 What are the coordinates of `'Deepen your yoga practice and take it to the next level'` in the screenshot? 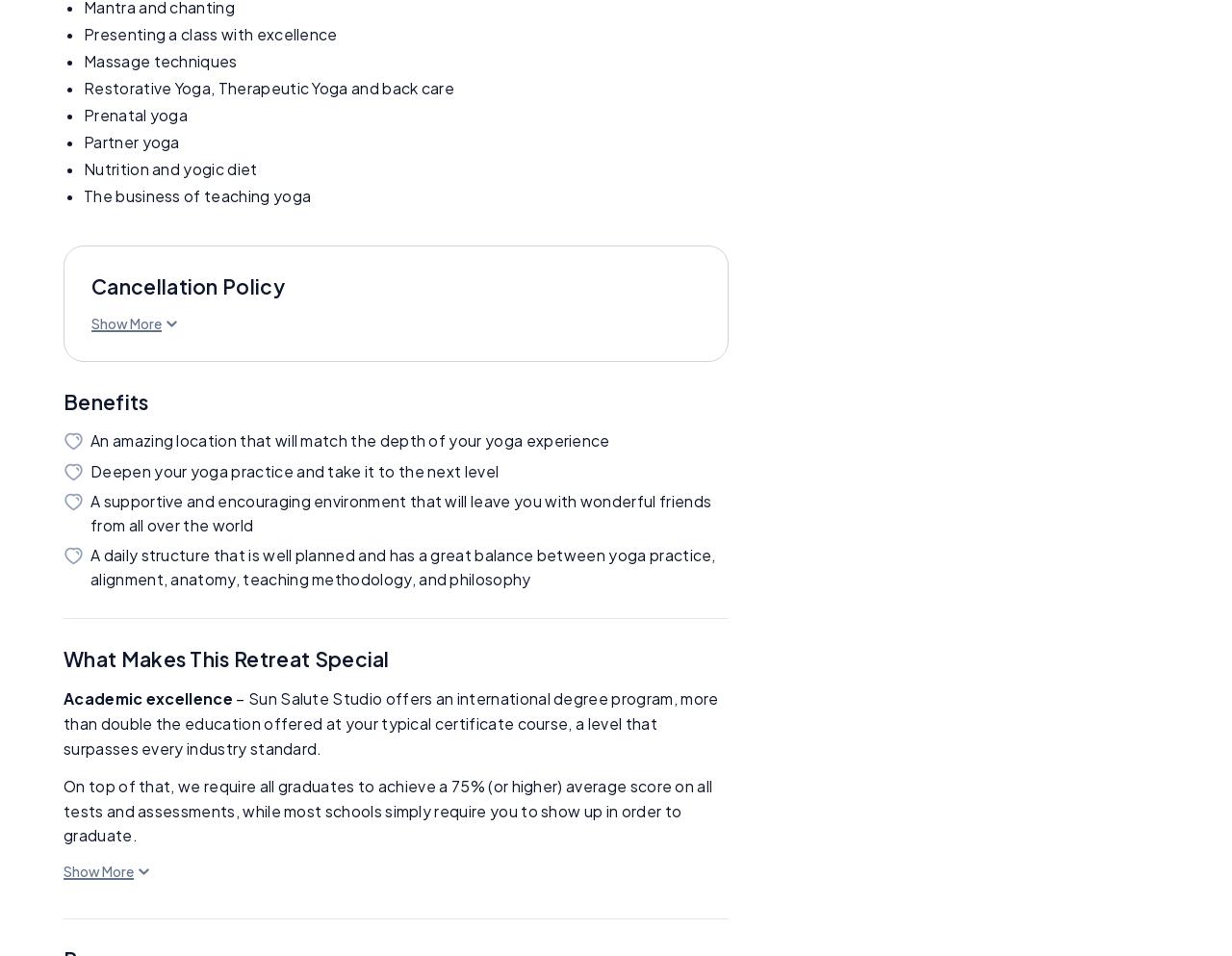 It's located at (294, 469).